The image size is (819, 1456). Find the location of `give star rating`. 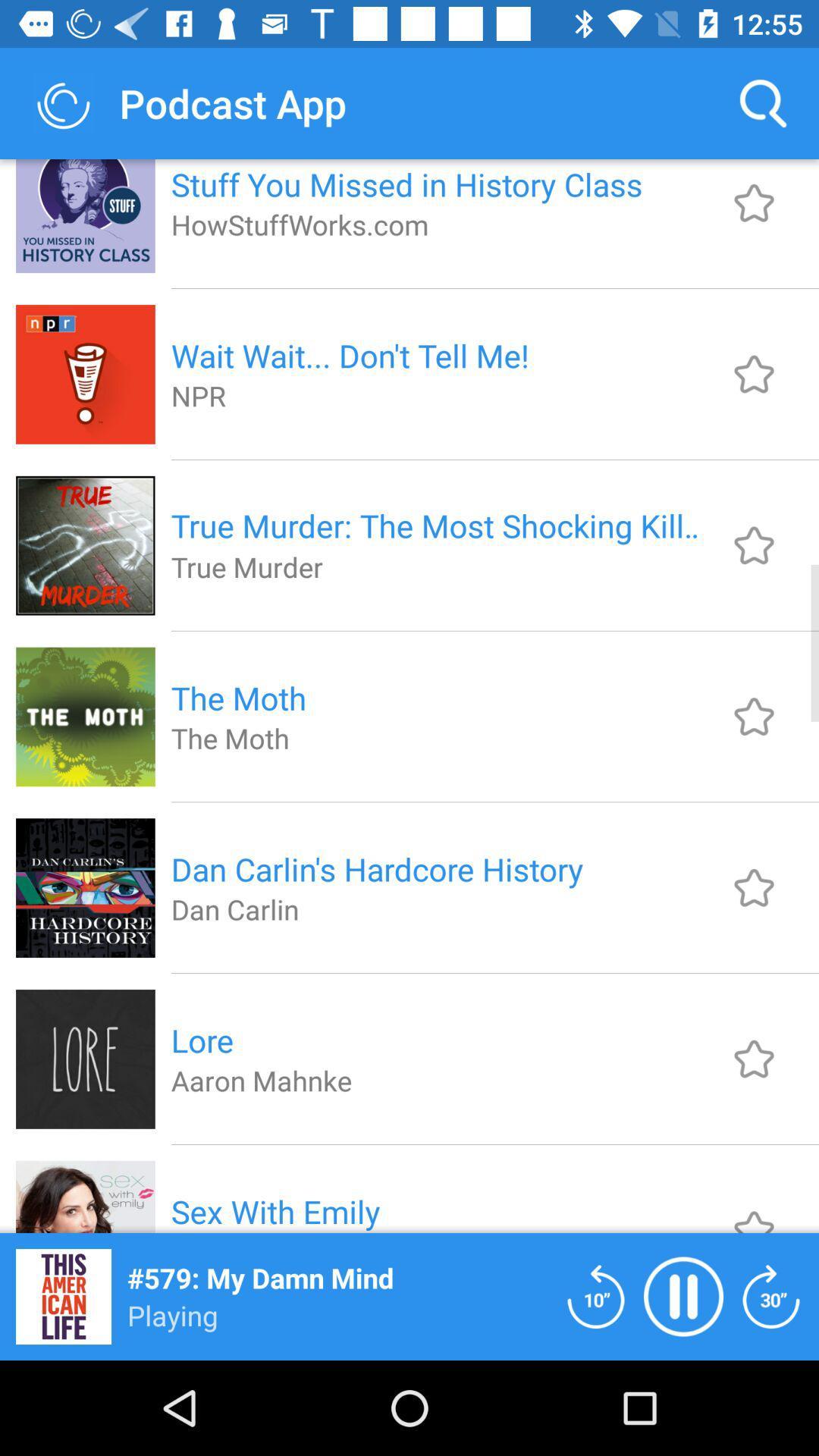

give star rating is located at coordinates (754, 374).